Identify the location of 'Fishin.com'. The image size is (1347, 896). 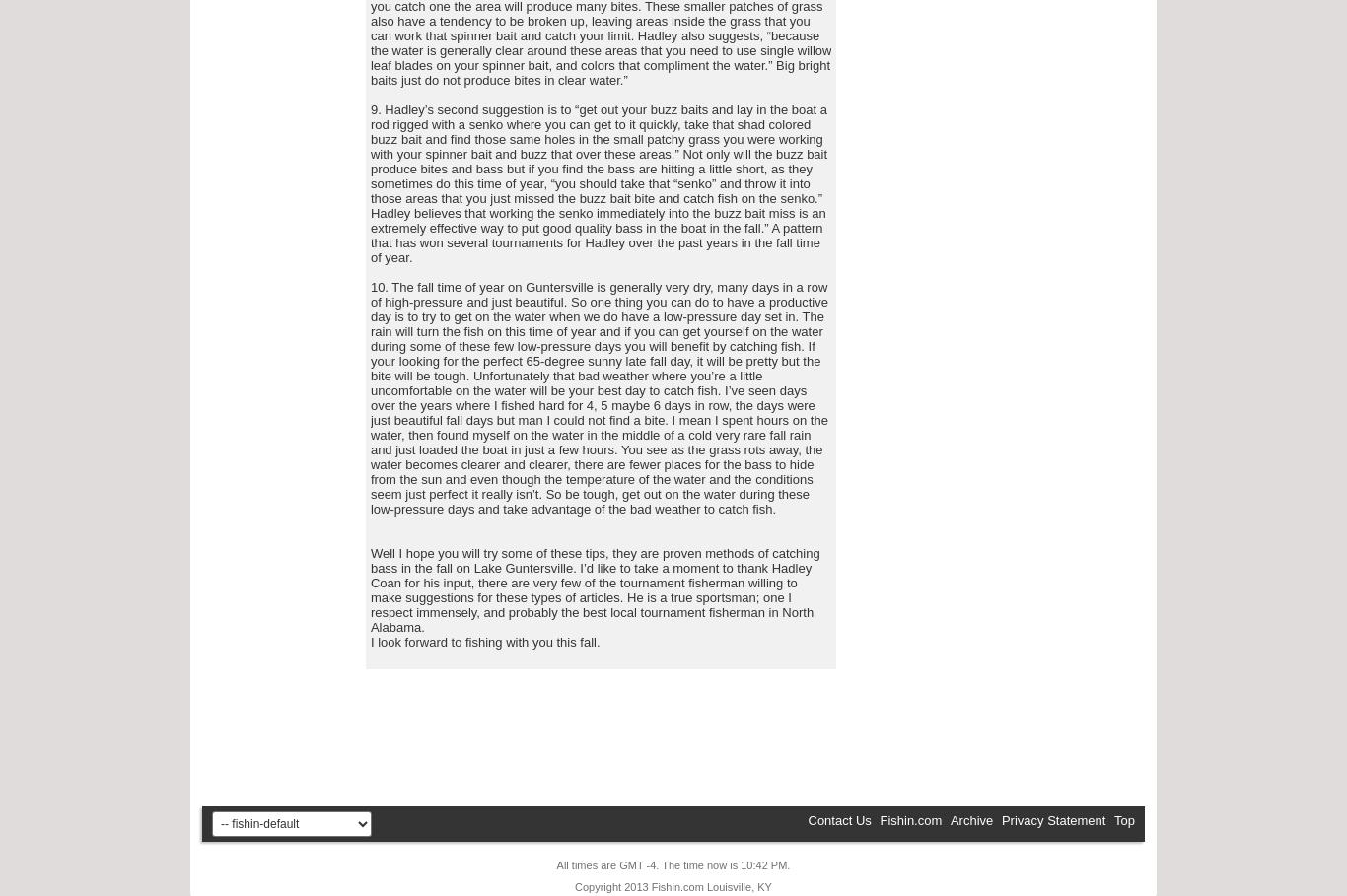
(910, 820).